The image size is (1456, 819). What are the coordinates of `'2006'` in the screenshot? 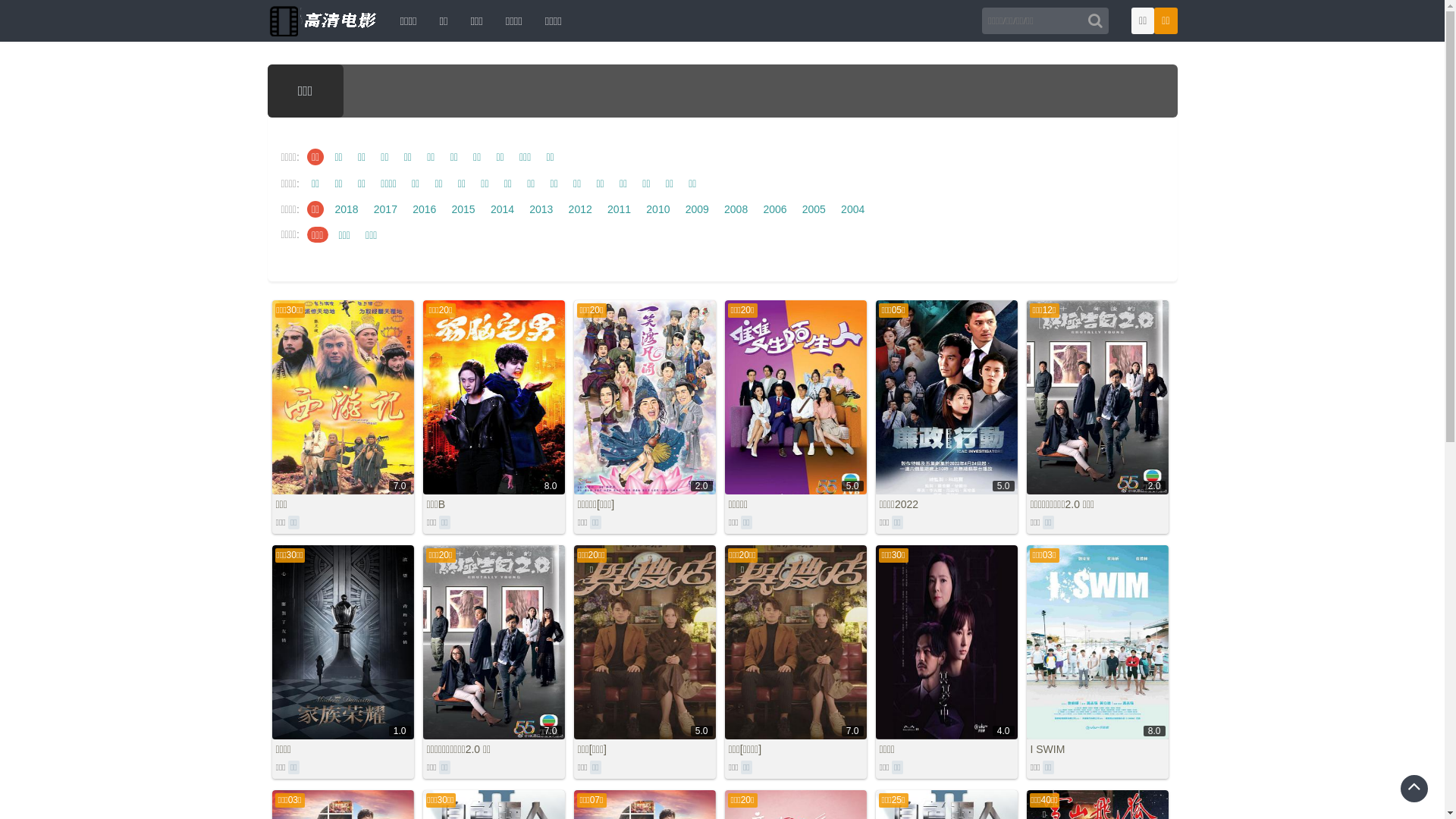 It's located at (774, 209).